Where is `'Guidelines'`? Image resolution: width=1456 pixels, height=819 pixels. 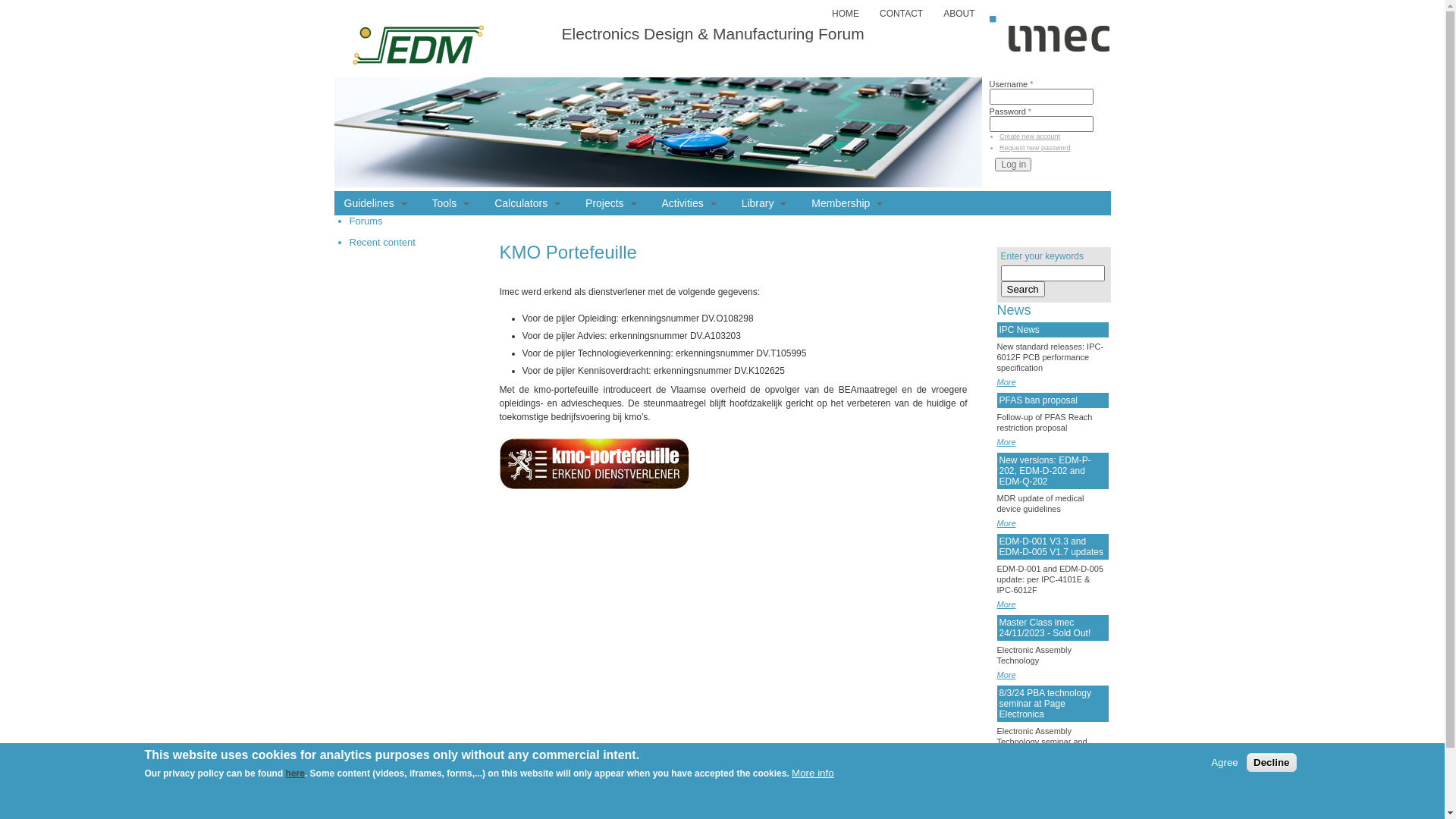
'Guidelines' is located at coordinates (375, 202).